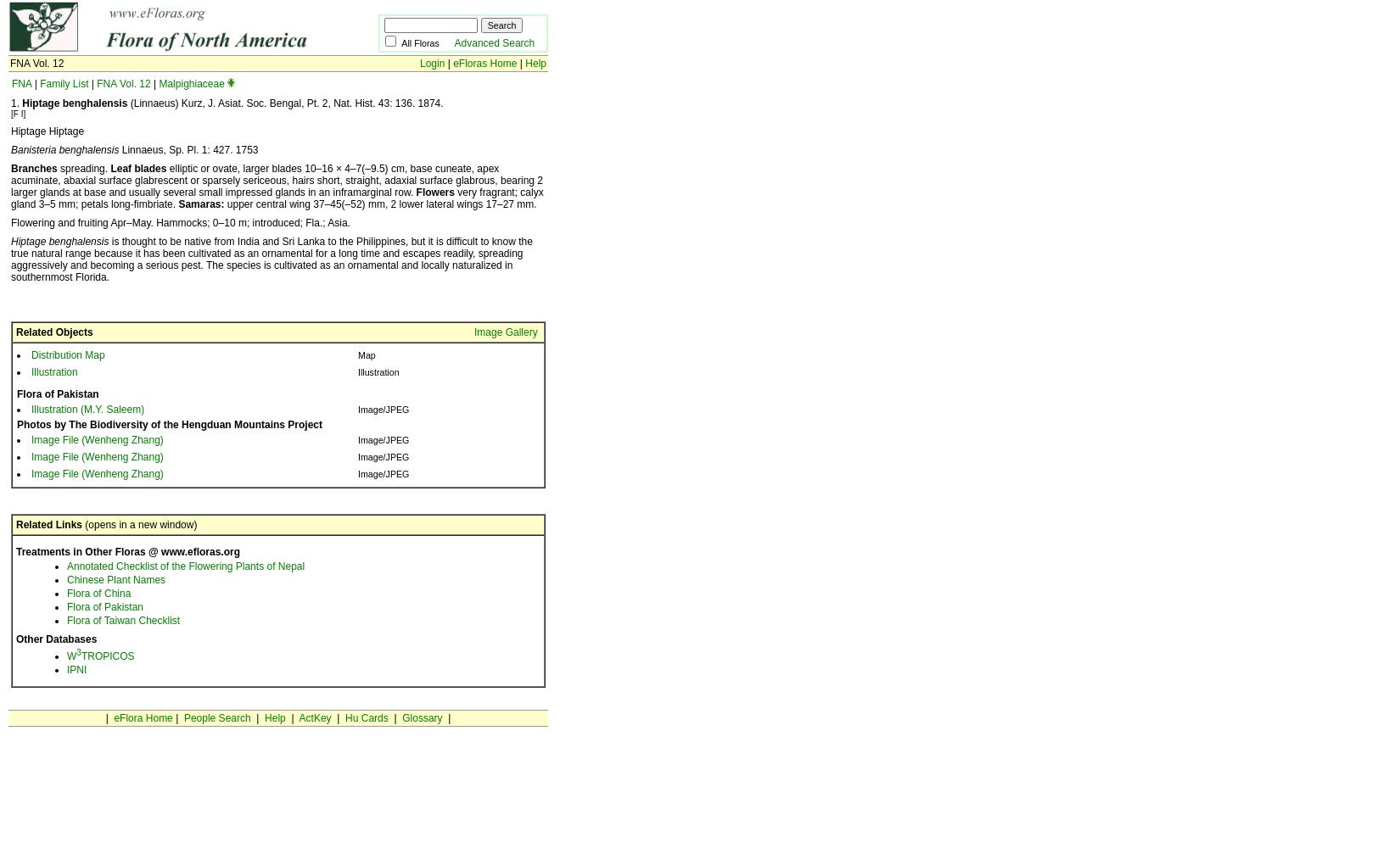  I want to click on '(Linnaeus) Kurz, J. Asiat. Soc. Bengal, Pt. 2, Nat. Hist.  43: 136.  1874.', so click(284, 103).